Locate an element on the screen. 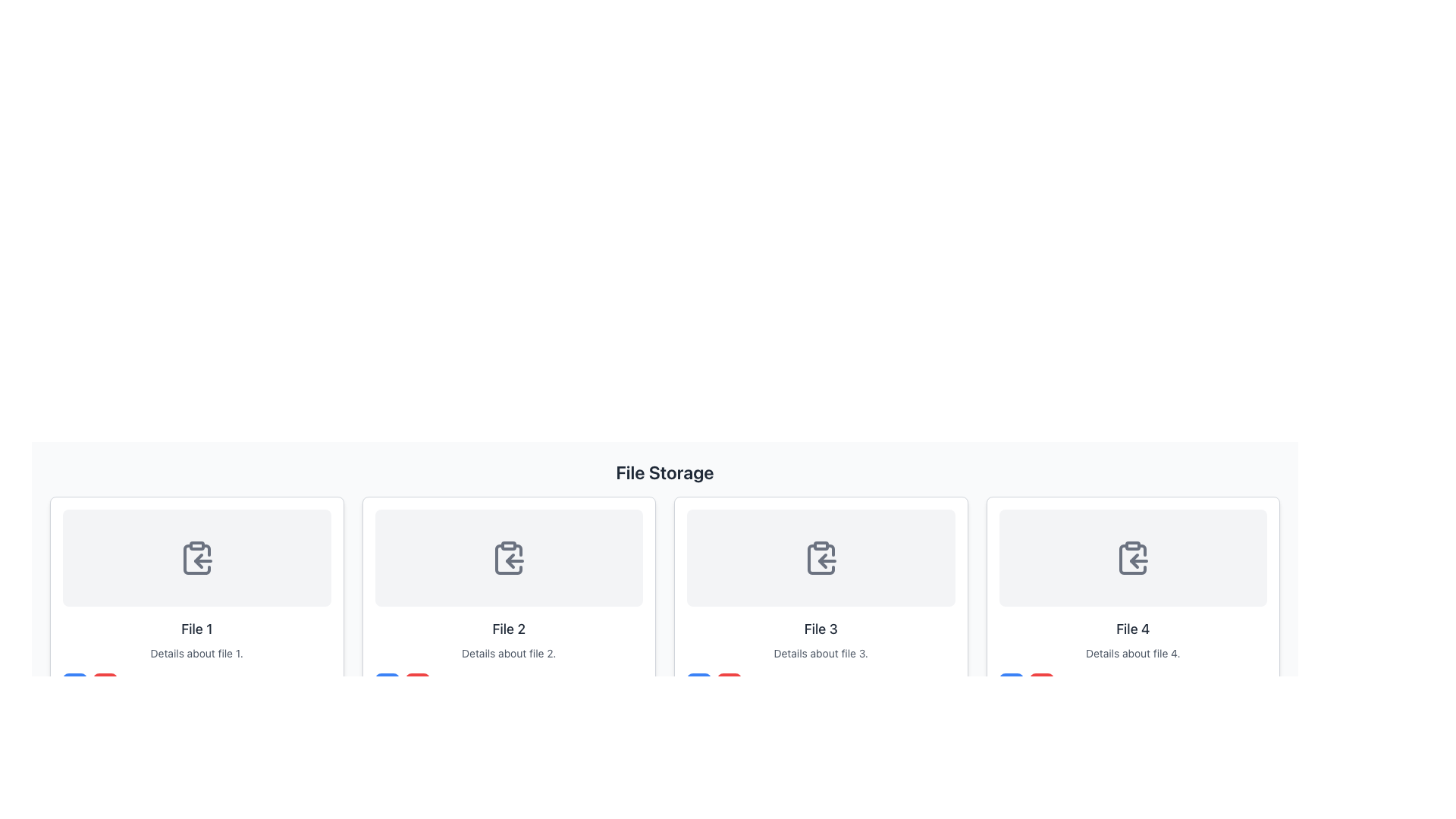 The image size is (1456, 819). the clipboard icon with a document and leftward arrow located in the top section of the 'File 1' card is located at coordinates (196, 558).